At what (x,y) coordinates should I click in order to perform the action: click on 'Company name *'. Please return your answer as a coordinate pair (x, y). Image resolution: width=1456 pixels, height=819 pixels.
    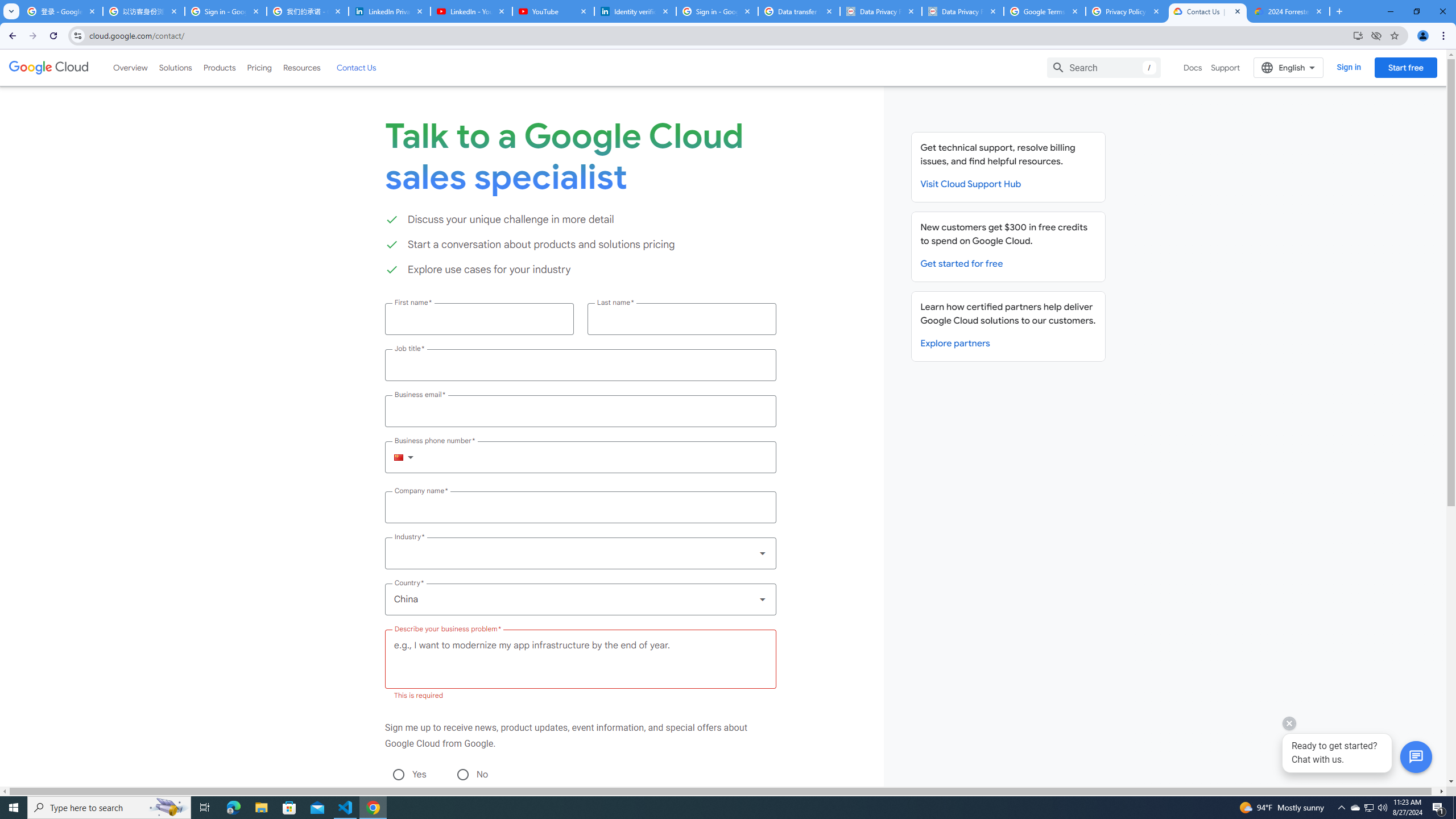
    Looking at the image, I should click on (580, 507).